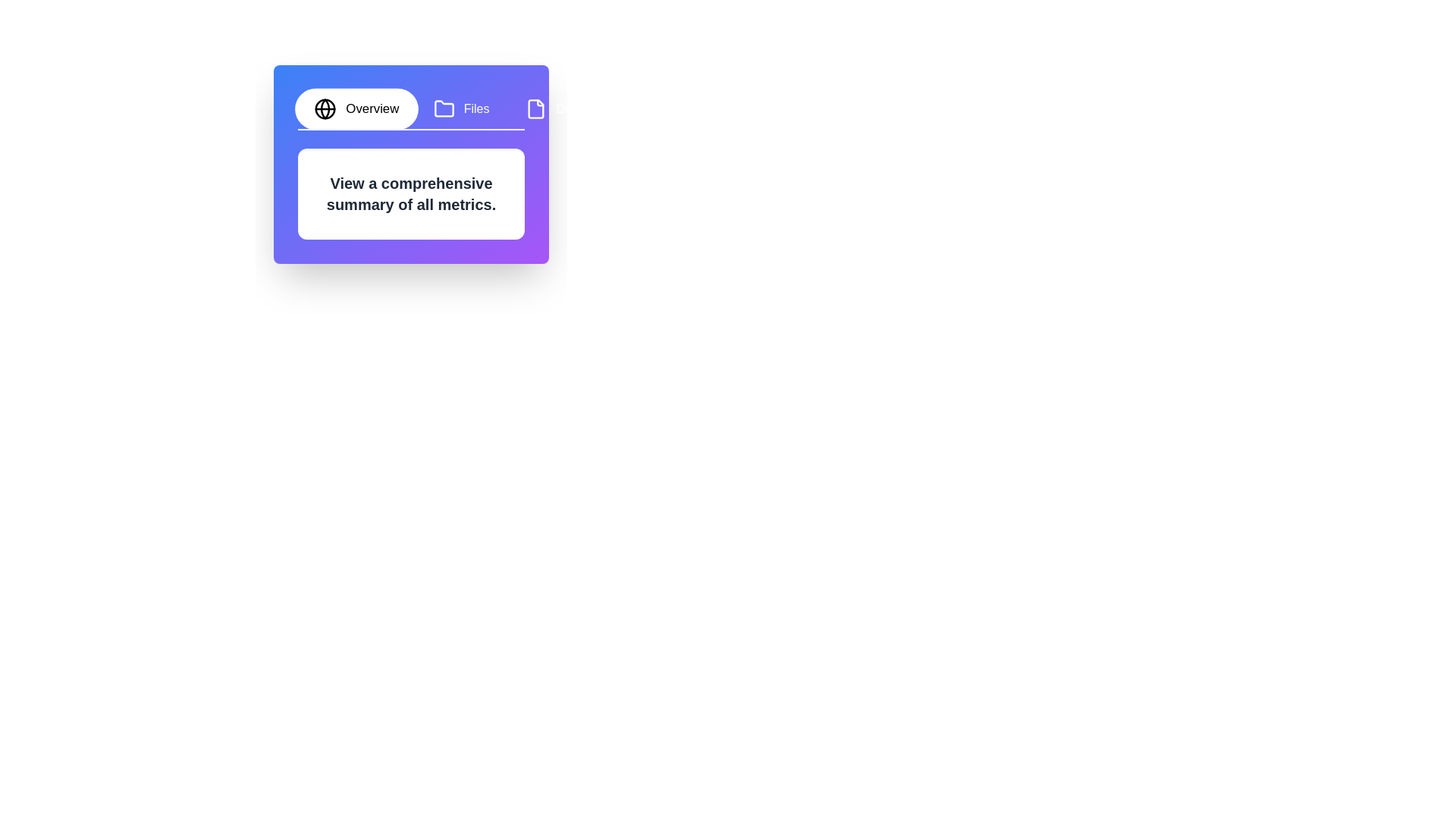 The width and height of the screenshot is (1456, 819). I want to click on the tab labeled Overview to switch to its content, so click(356, 108).